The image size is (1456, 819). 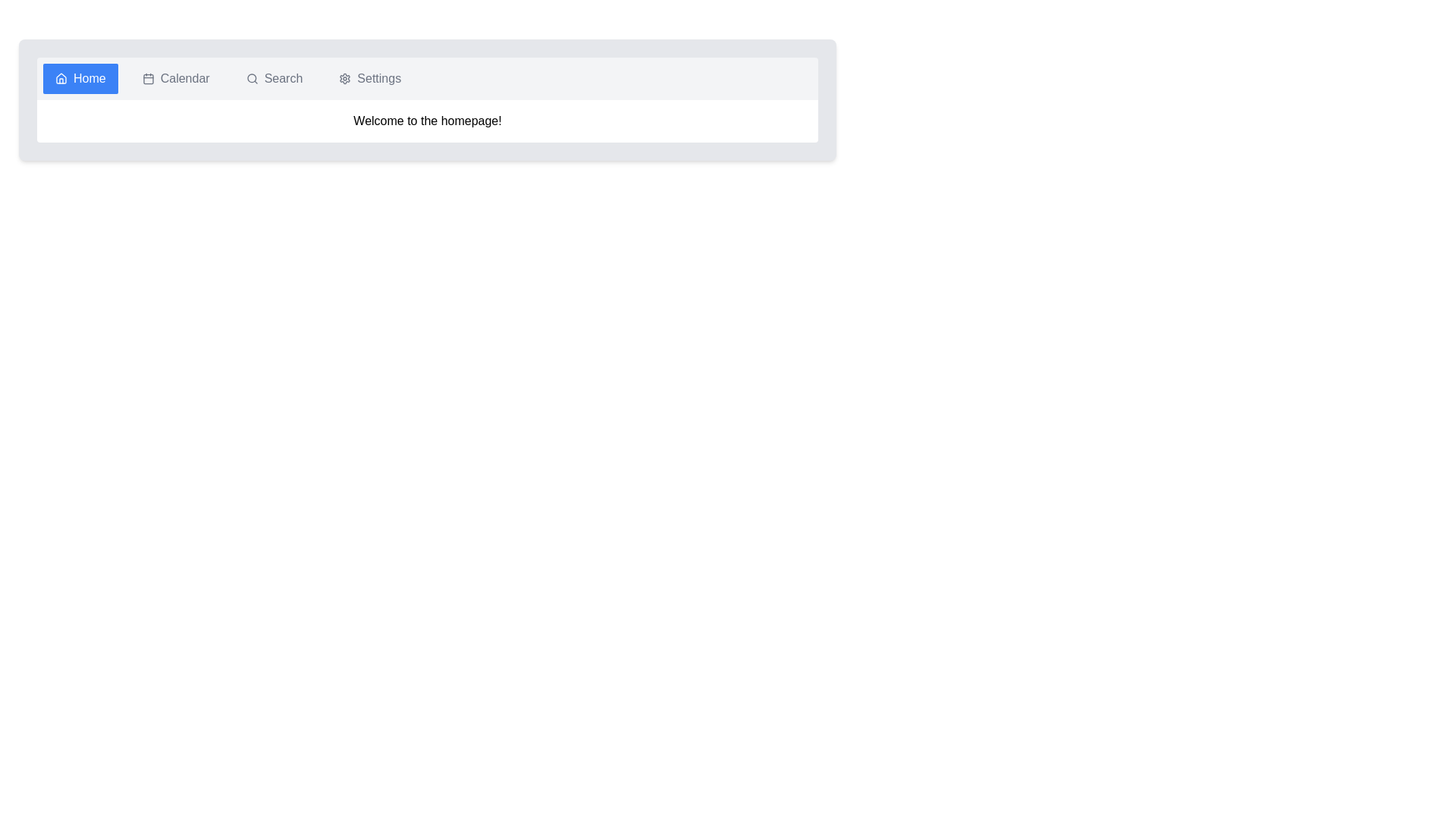 I want to click on the navigation link in the navigation bar at the top of the application, so click(x=427, y=79).